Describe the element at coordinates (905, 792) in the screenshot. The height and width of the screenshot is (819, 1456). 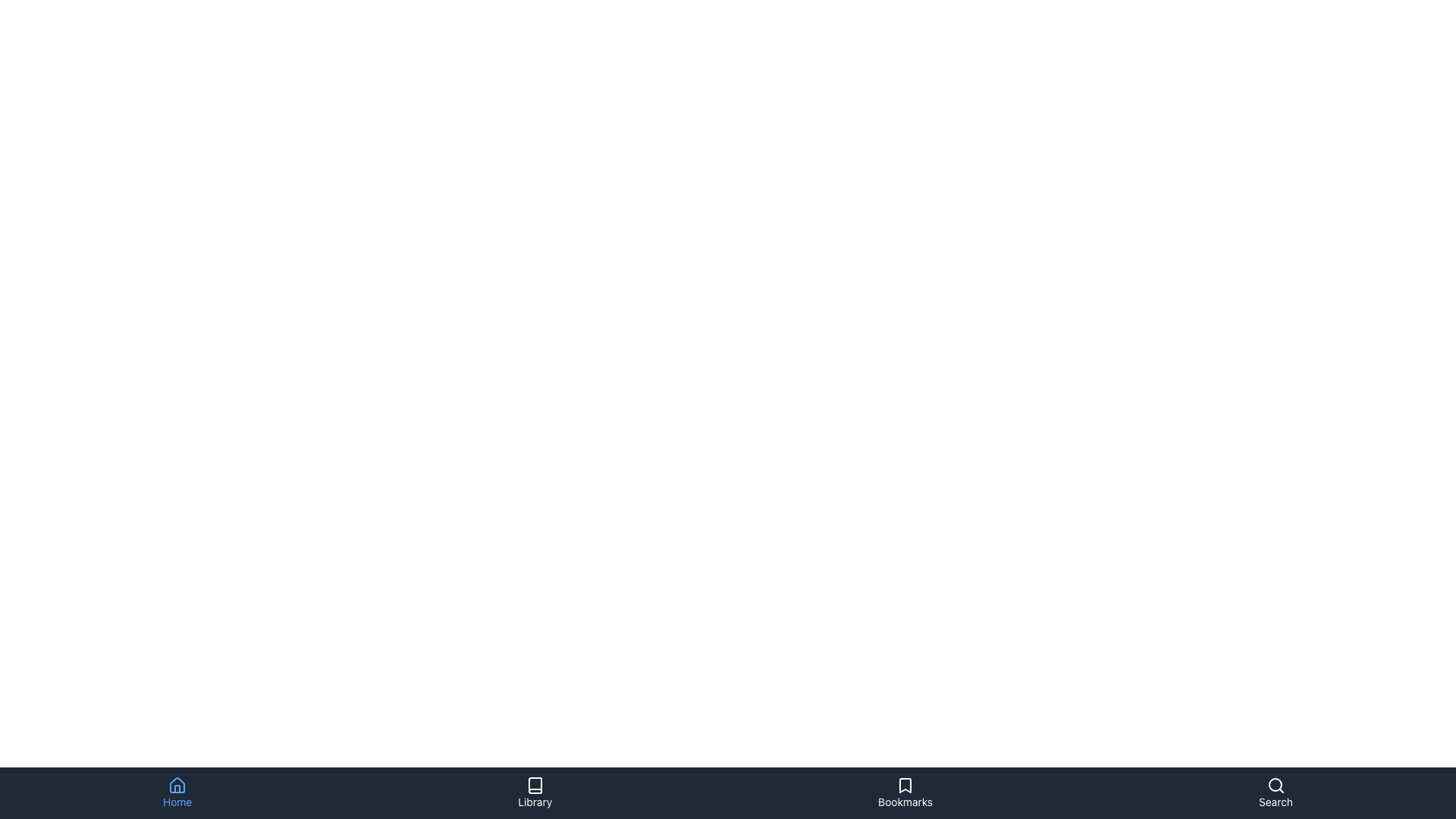
I see `the third navigation button from the left at the bottom of the interface` at that location.